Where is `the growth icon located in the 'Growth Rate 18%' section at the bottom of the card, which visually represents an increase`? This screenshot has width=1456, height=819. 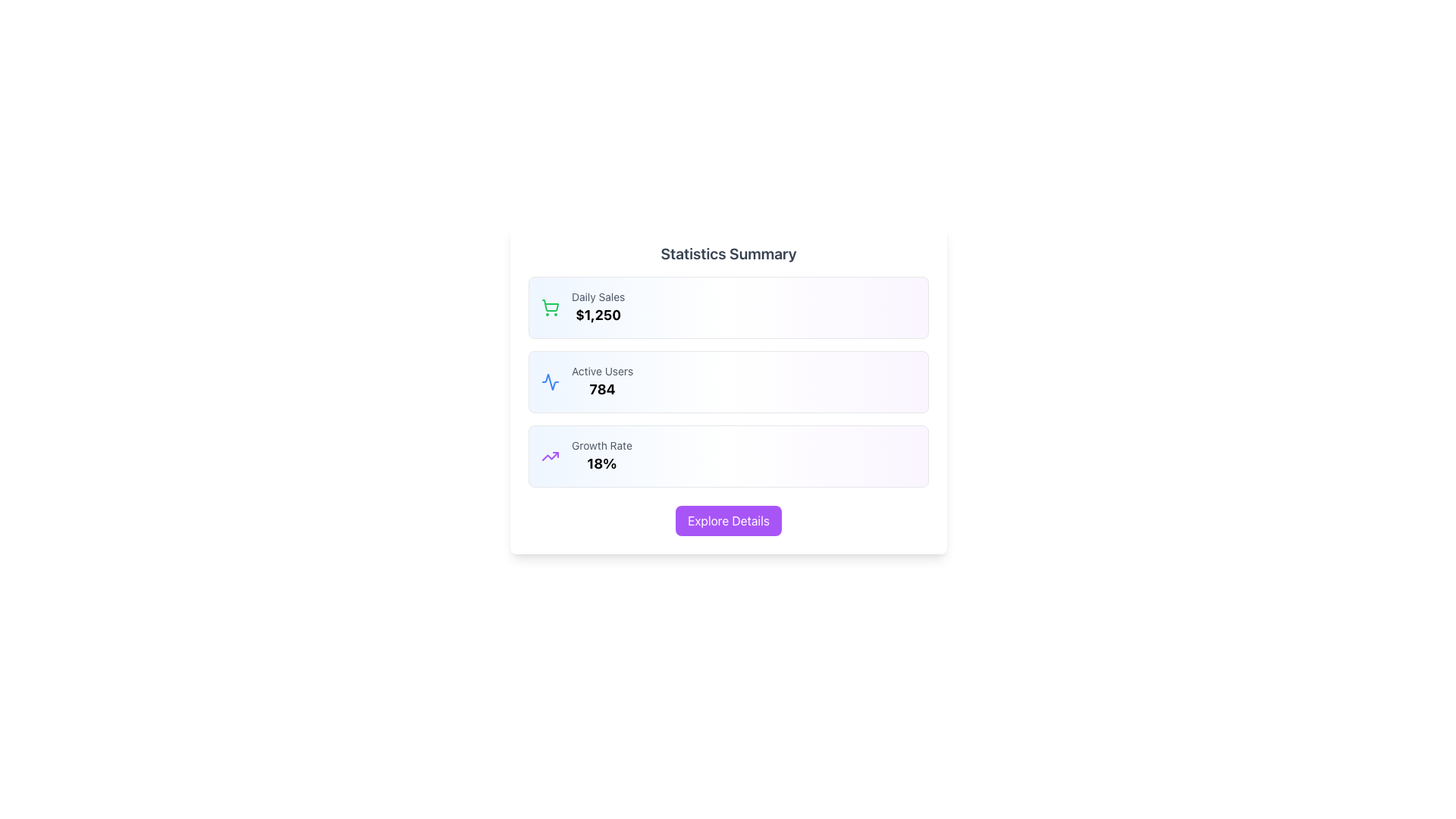 the growth icon located in the 'Growth Rate 18%' section at the bottom of the card, which visually represents an increase is located at coordinates (549, 455).